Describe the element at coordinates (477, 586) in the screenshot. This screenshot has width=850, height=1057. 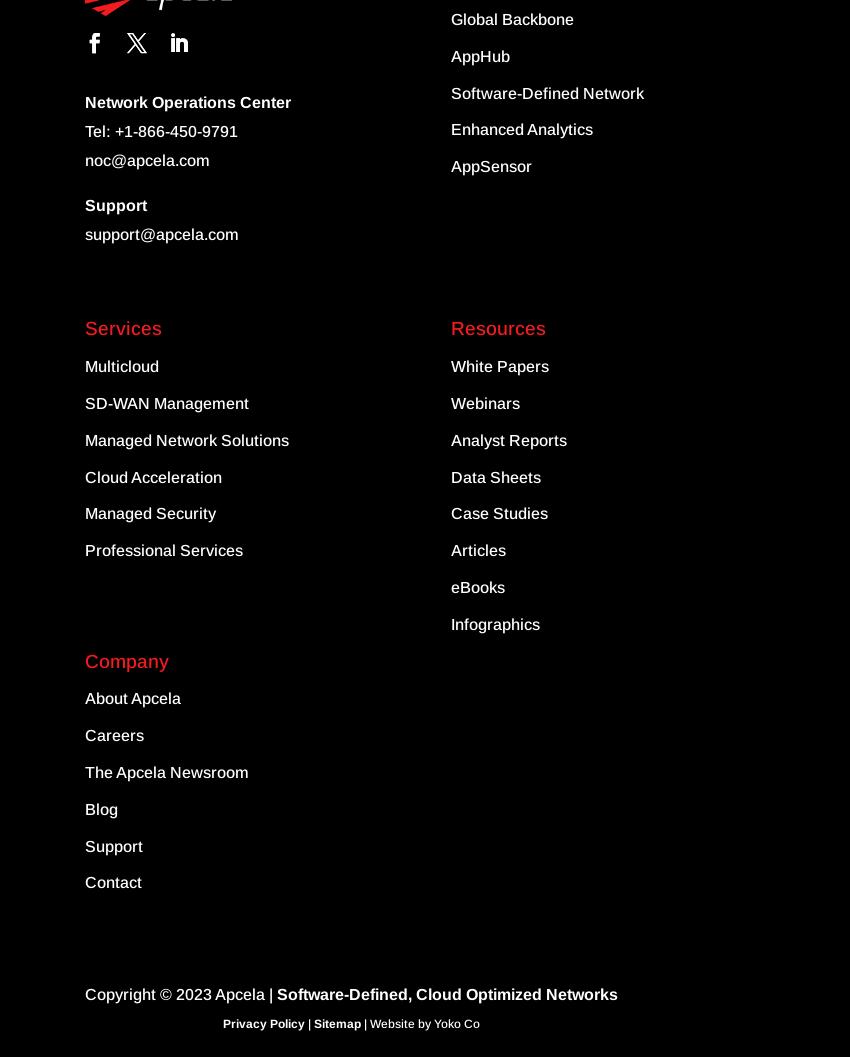
I see `'eBooks'` at that location.